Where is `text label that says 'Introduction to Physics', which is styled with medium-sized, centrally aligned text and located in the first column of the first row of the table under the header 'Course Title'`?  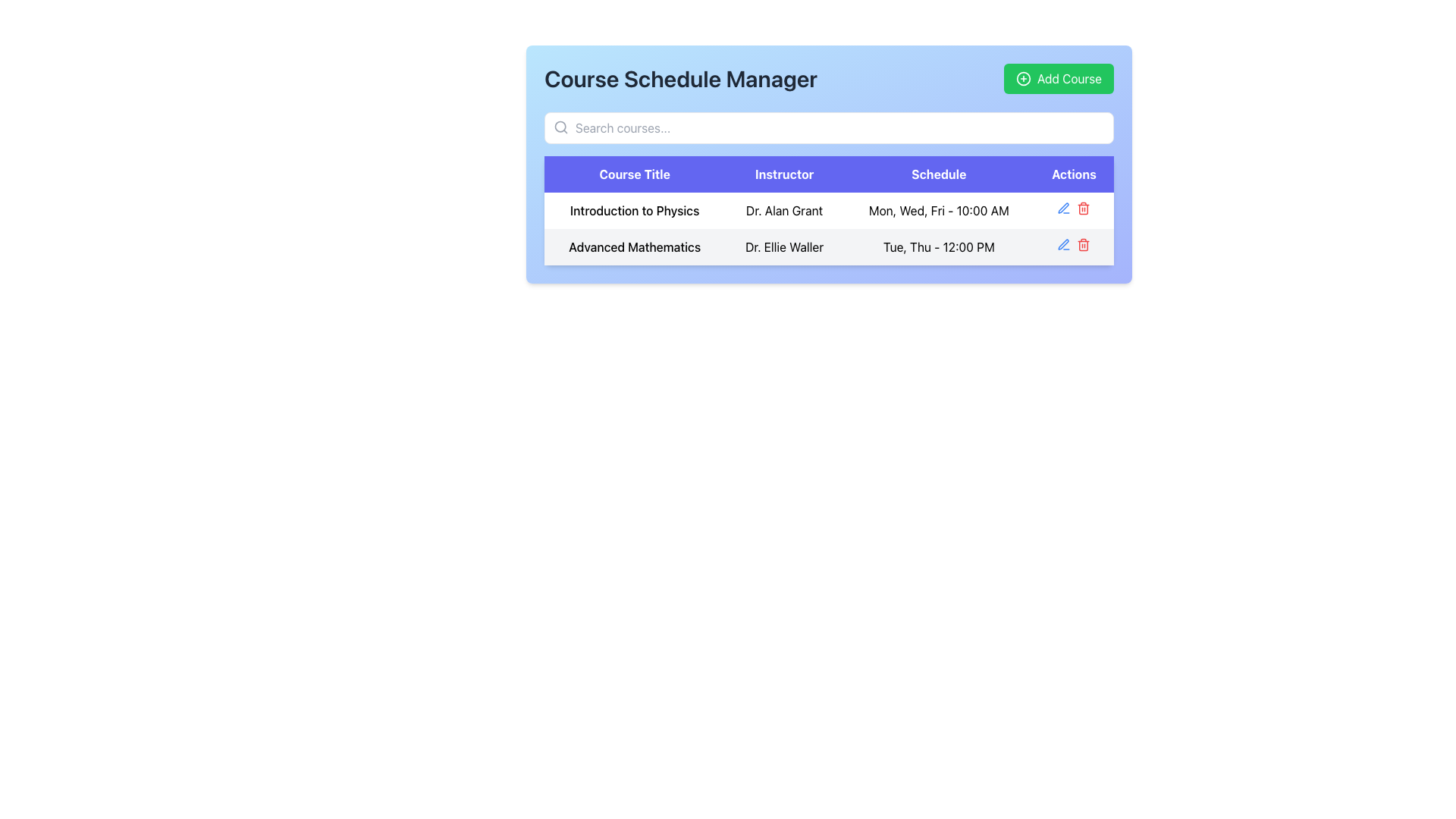 text label that says 'Introduction to Physics', which is styled with medium-sized, centrally aligned text and located in the first column of the first row of the table under the header 'Course Title' is located at coordinates (635, 210).